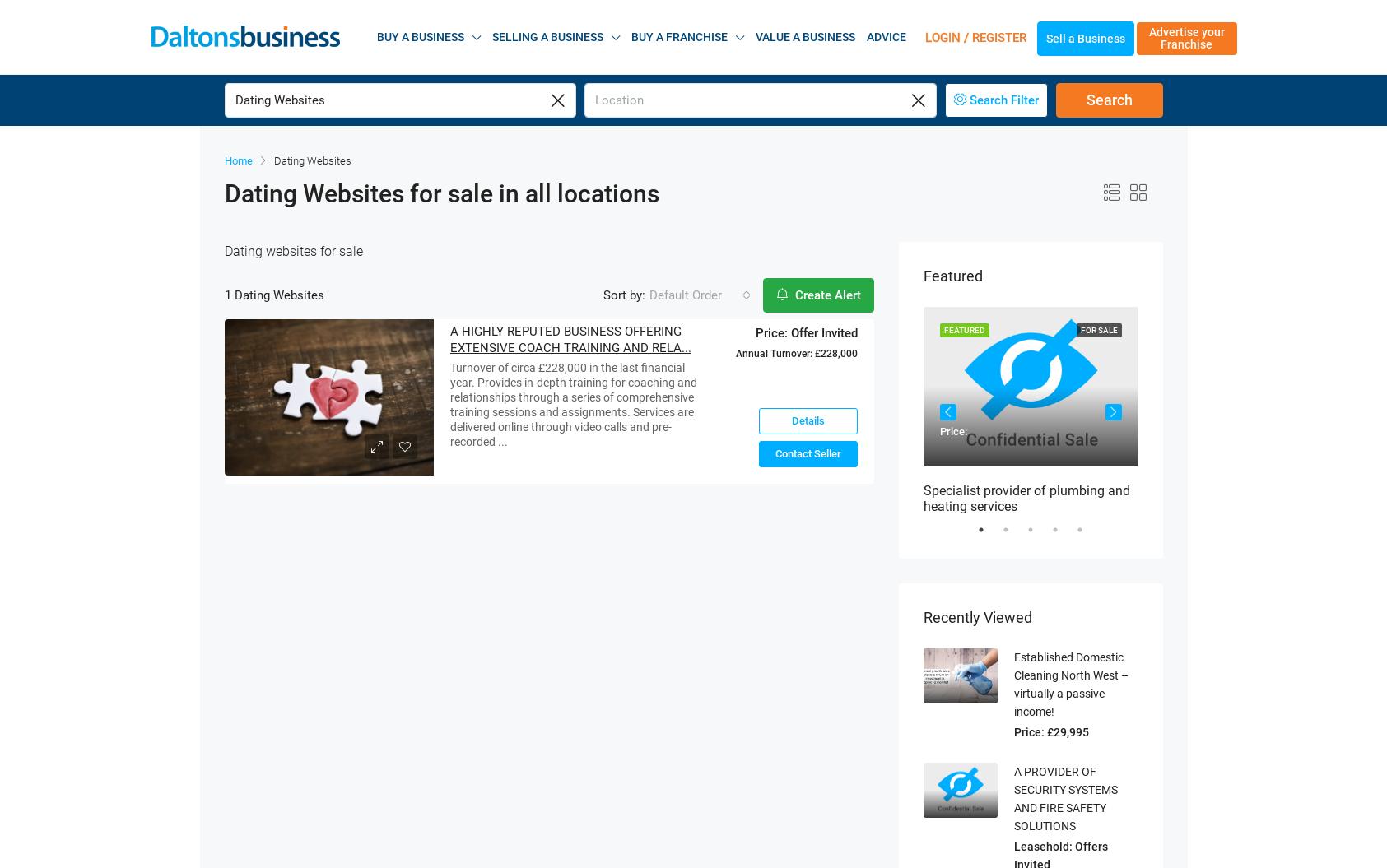 The height and width of the screenshot is (868, 1387). What do you see at coordinates (1185, 22) in the screenshot?
I see `'Franchise'` at bounding box center [1185, 22].